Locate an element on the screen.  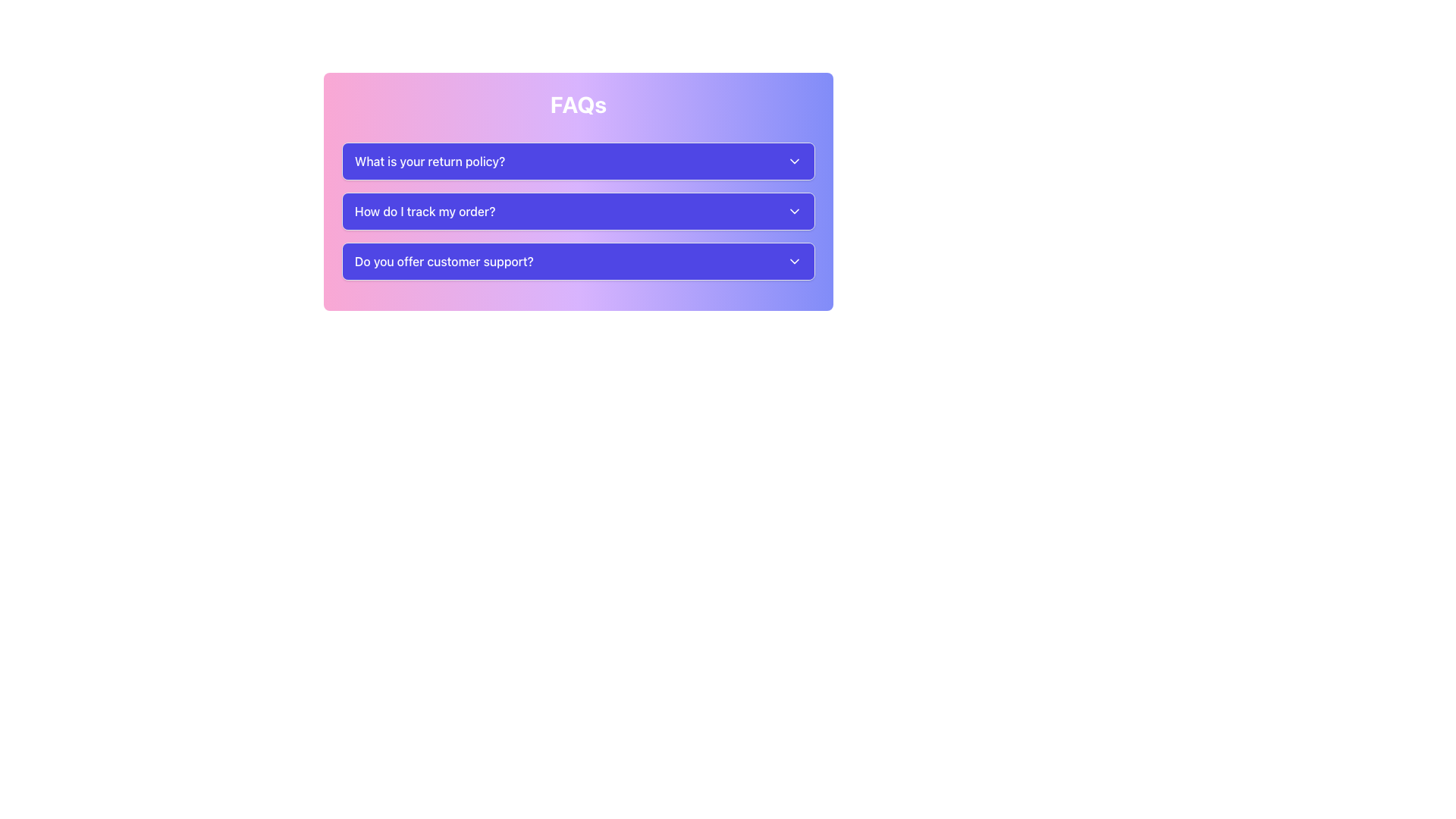
the Chevron Down icon located on the right side of the button labeled 'What is your return policy?' to receive visual feedback is located at coordinates (793, 161).